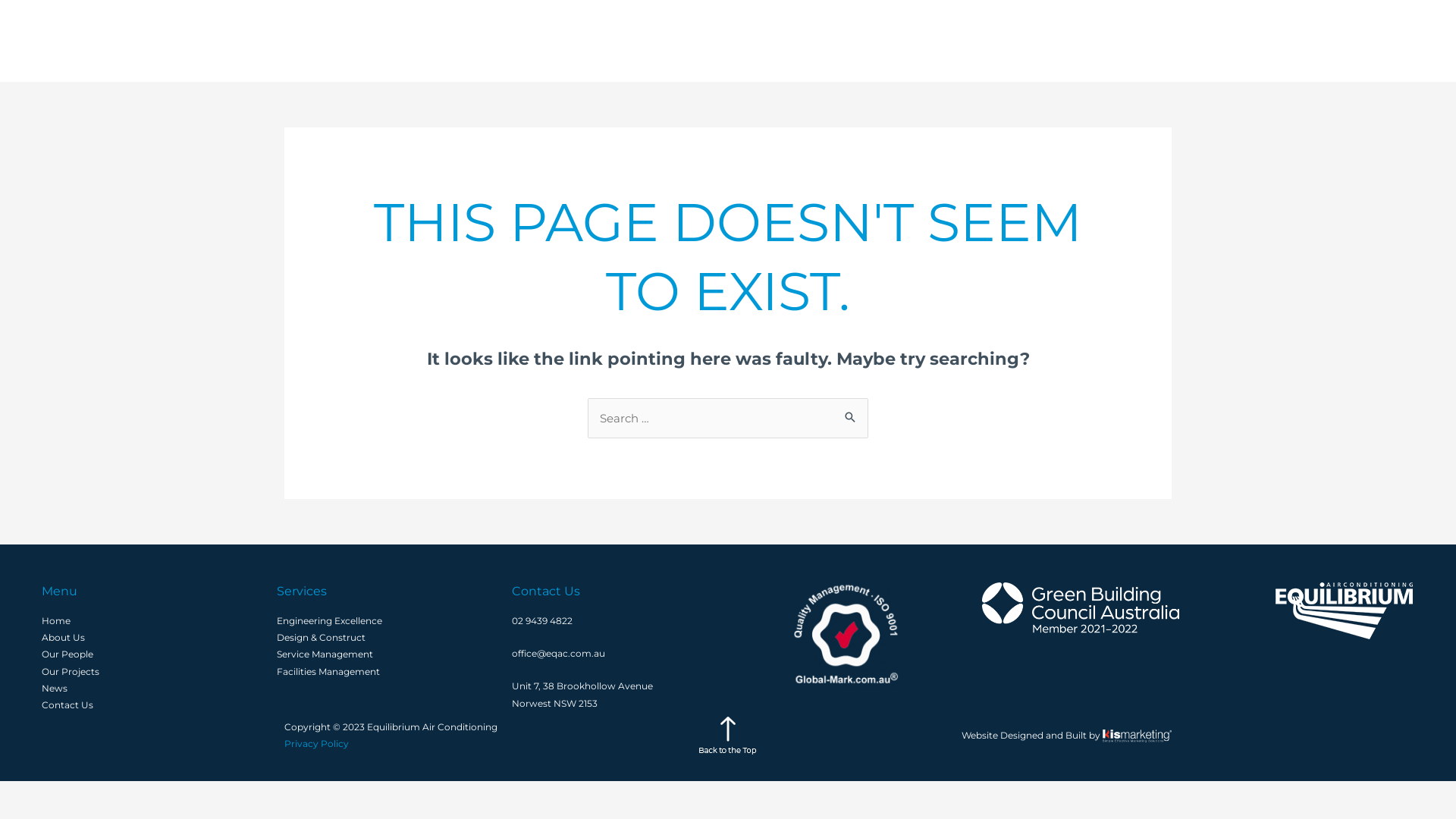  What do you see at coordinates (41, 637) in the screenshot?
I see `'About Us'` at bounding box center [41, 637].